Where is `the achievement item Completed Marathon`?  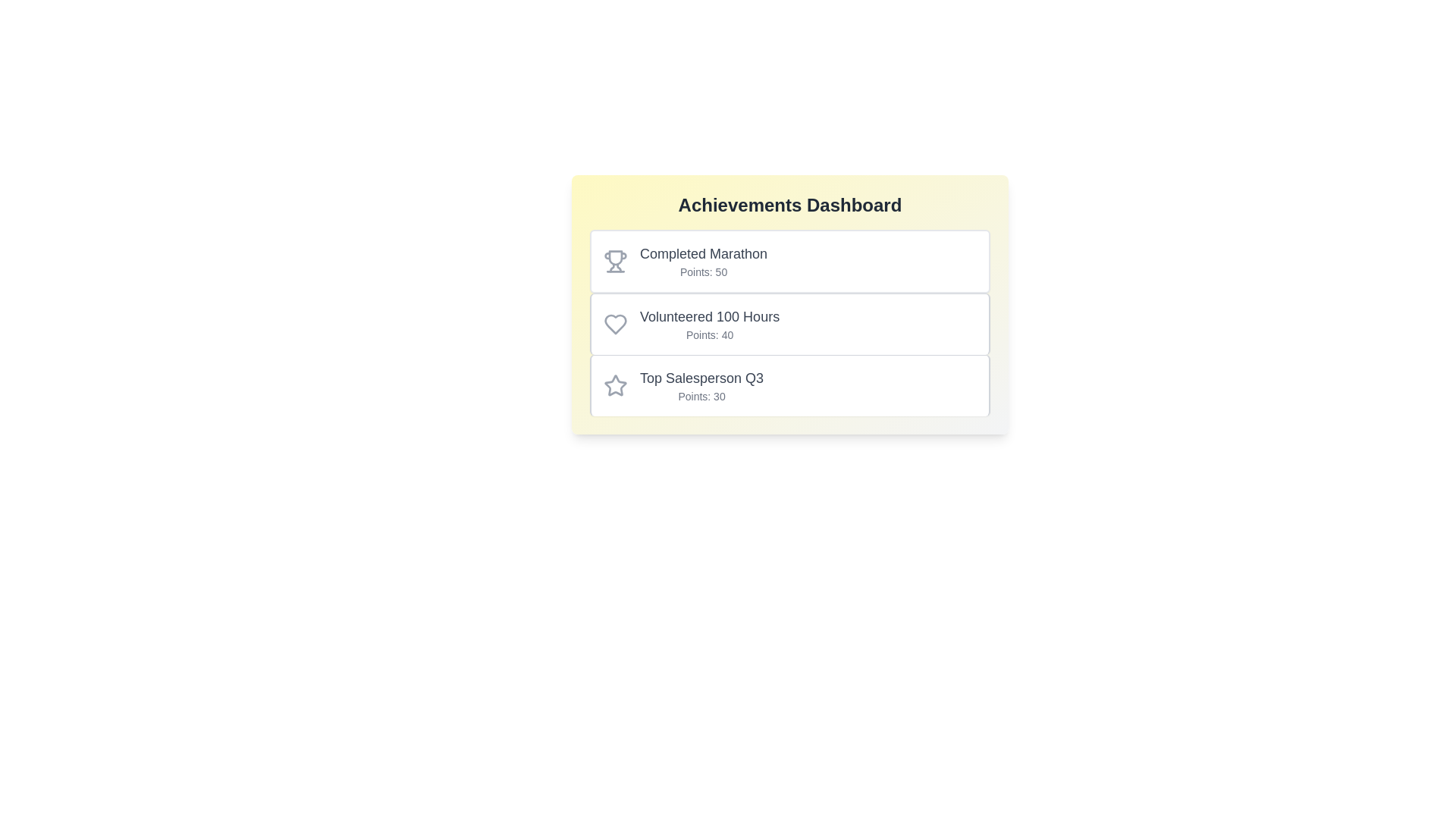
the achievement item Completed Marathon is located at coordinates (789, 260).